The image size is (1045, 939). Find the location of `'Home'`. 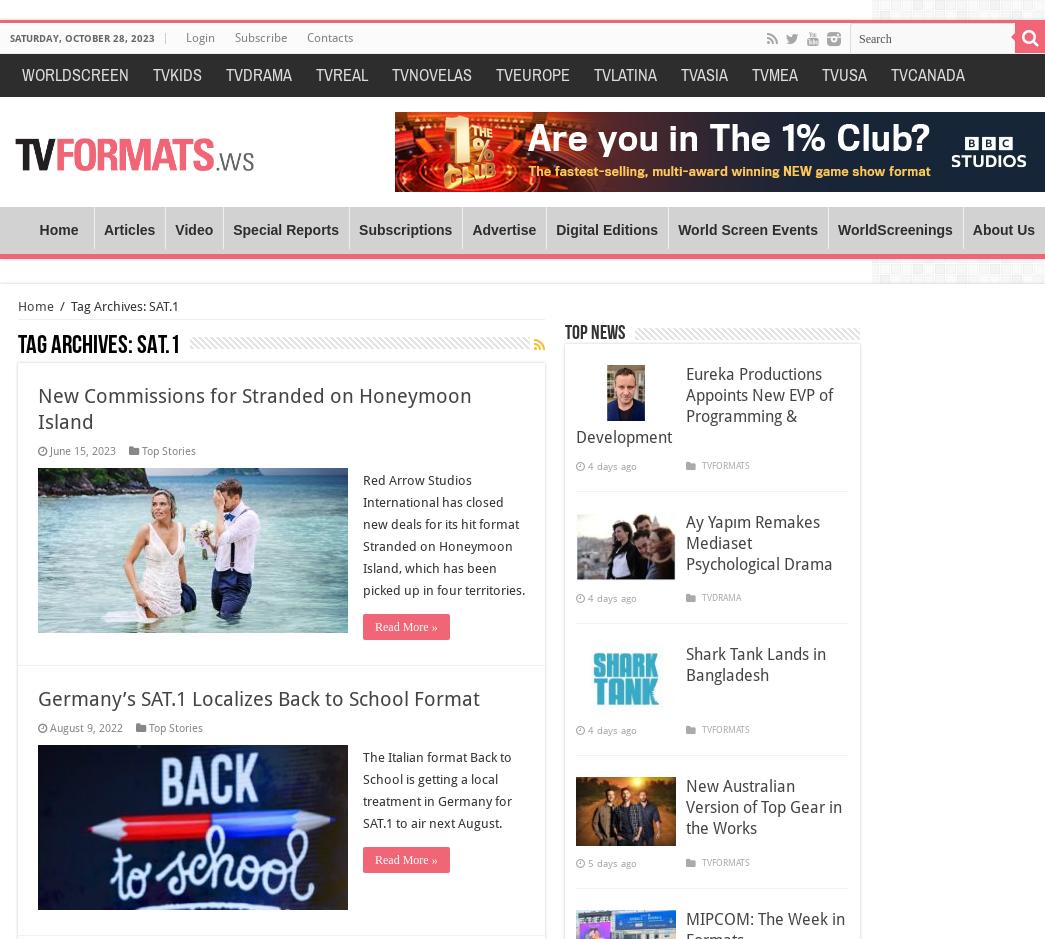

'Home' is located at coordinates (34, 306).